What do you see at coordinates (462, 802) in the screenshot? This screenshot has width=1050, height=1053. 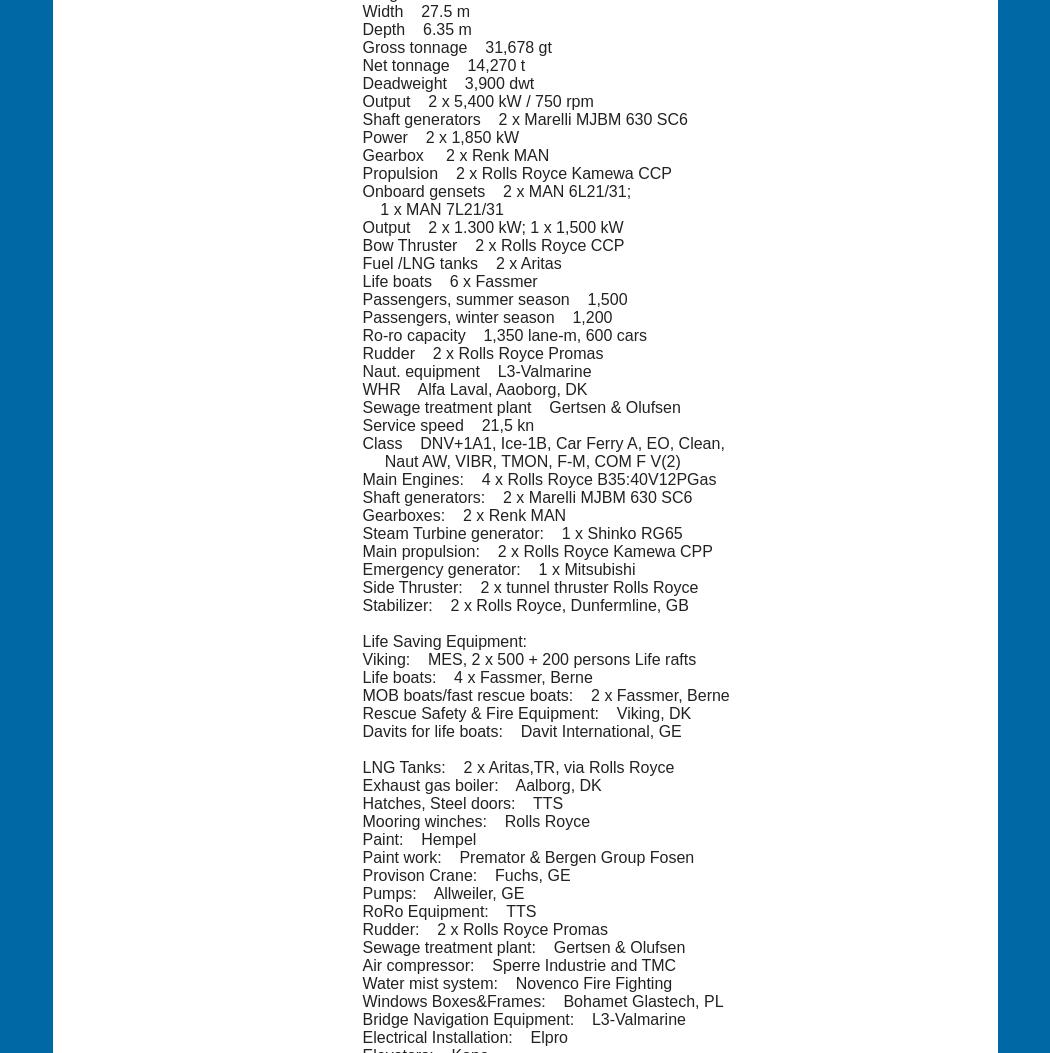 I see `'Hatches, Steel doors:    TTS'` at bounding box center [462, 802].